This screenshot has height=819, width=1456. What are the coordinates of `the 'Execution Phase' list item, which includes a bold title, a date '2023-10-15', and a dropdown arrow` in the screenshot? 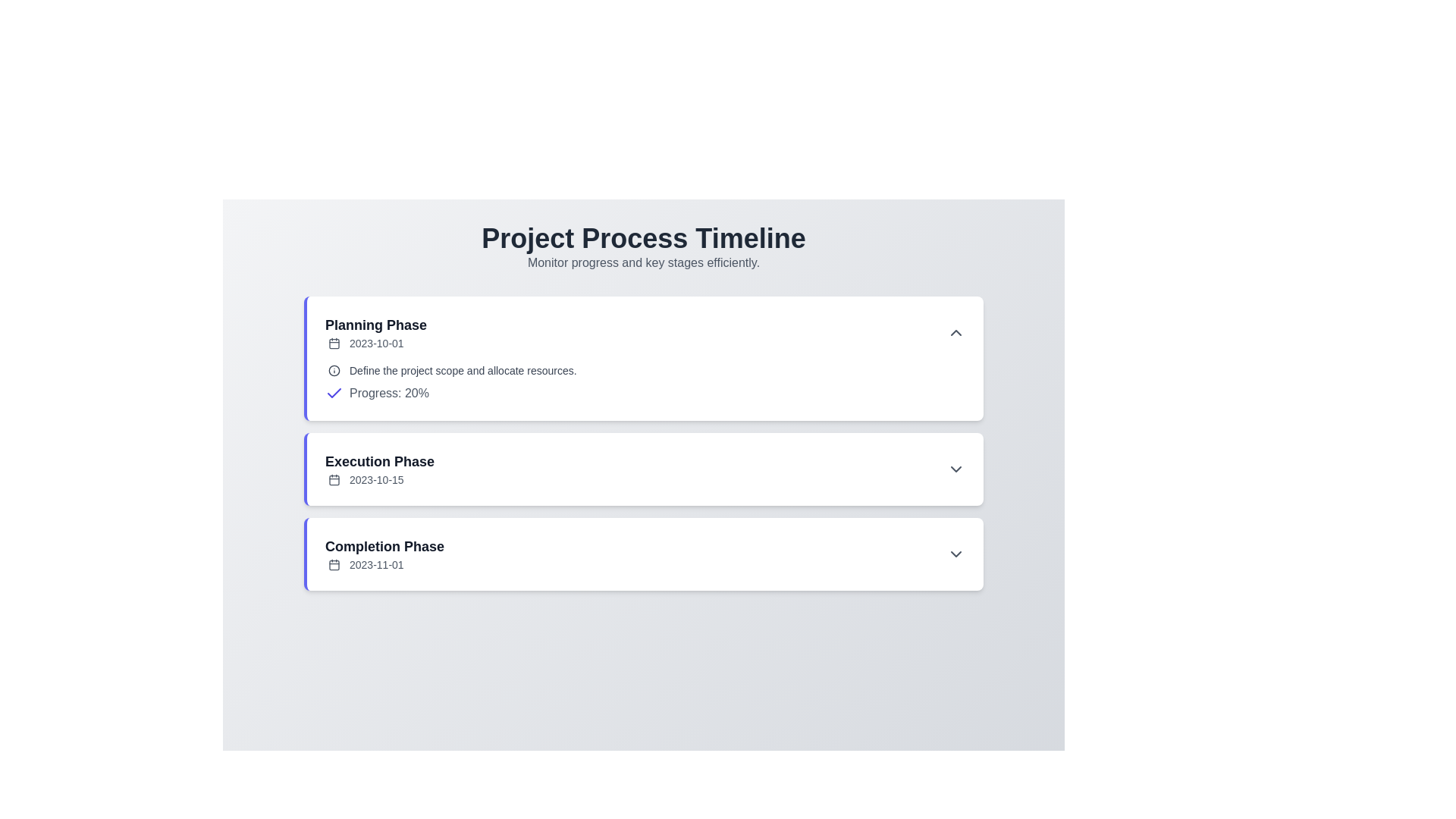 It's located at (645, 468).